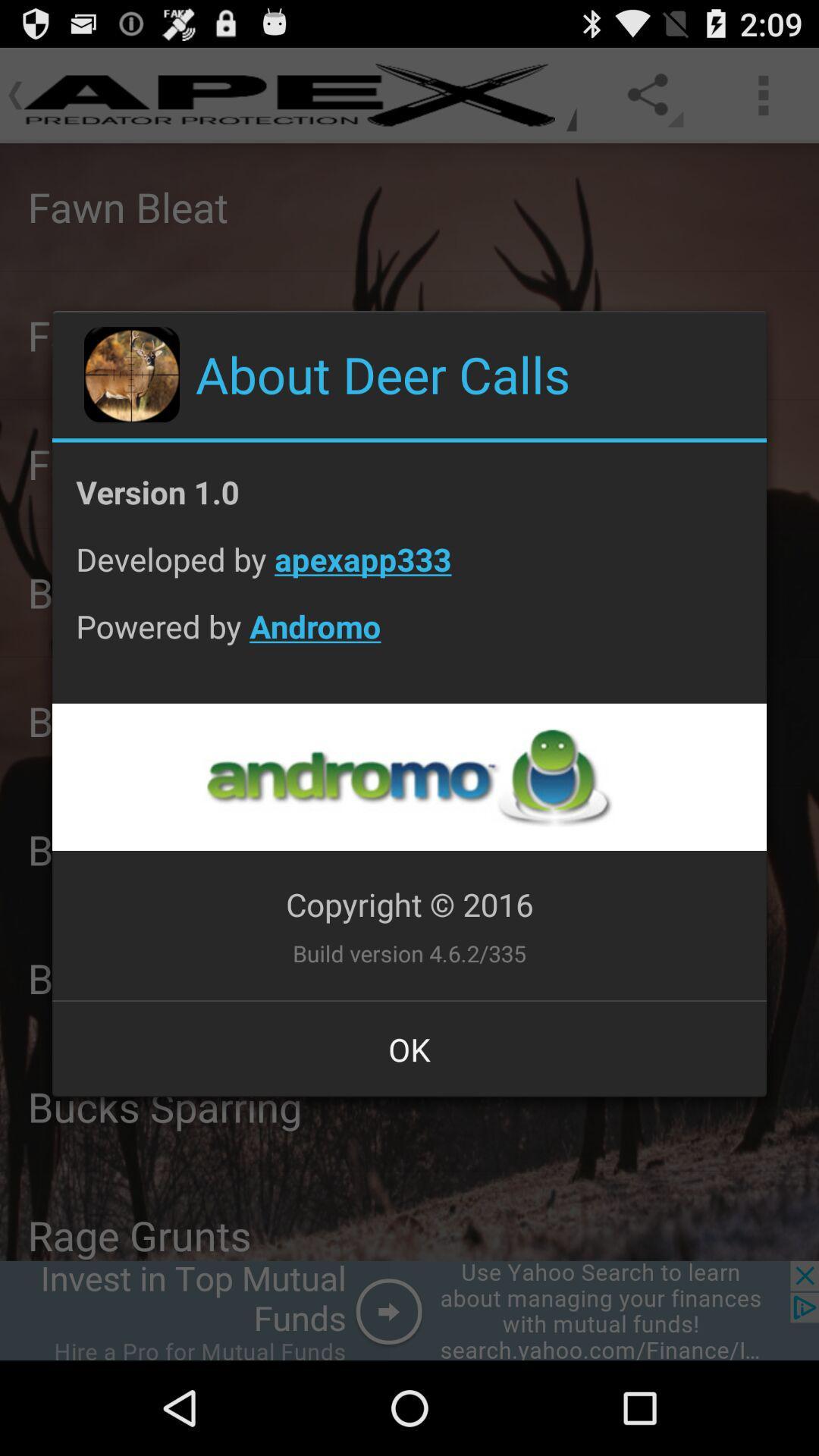 Image resolution: width=819 pixels, height=1456 pixels. Describe the element at coordinates (409, 638) in the screenshot. I see `the powered by andromo` at that location.